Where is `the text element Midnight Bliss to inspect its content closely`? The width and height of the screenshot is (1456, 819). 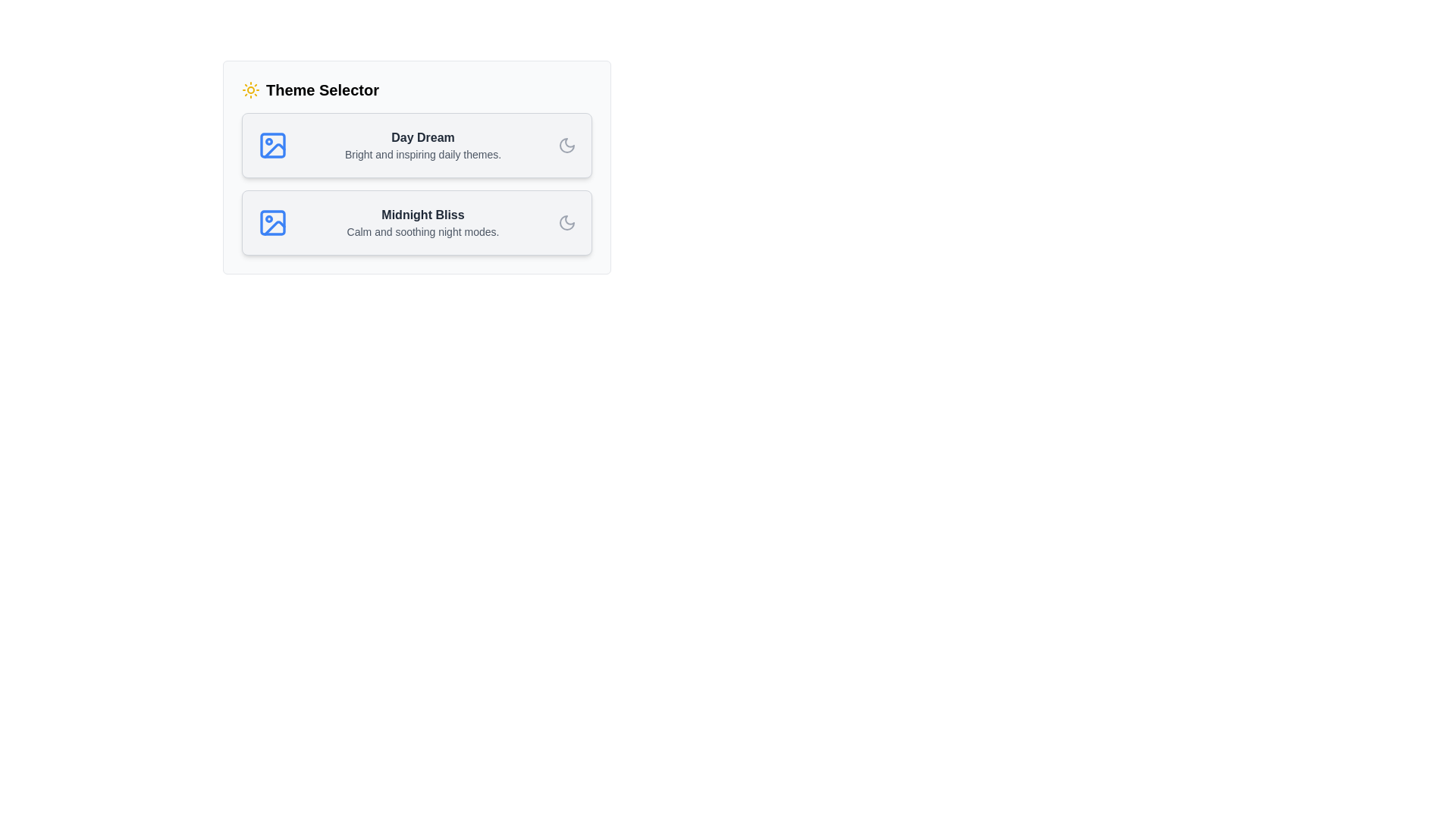 the text element Midnight Bliss to inspect its content closely is located at coordinates (422, 215).